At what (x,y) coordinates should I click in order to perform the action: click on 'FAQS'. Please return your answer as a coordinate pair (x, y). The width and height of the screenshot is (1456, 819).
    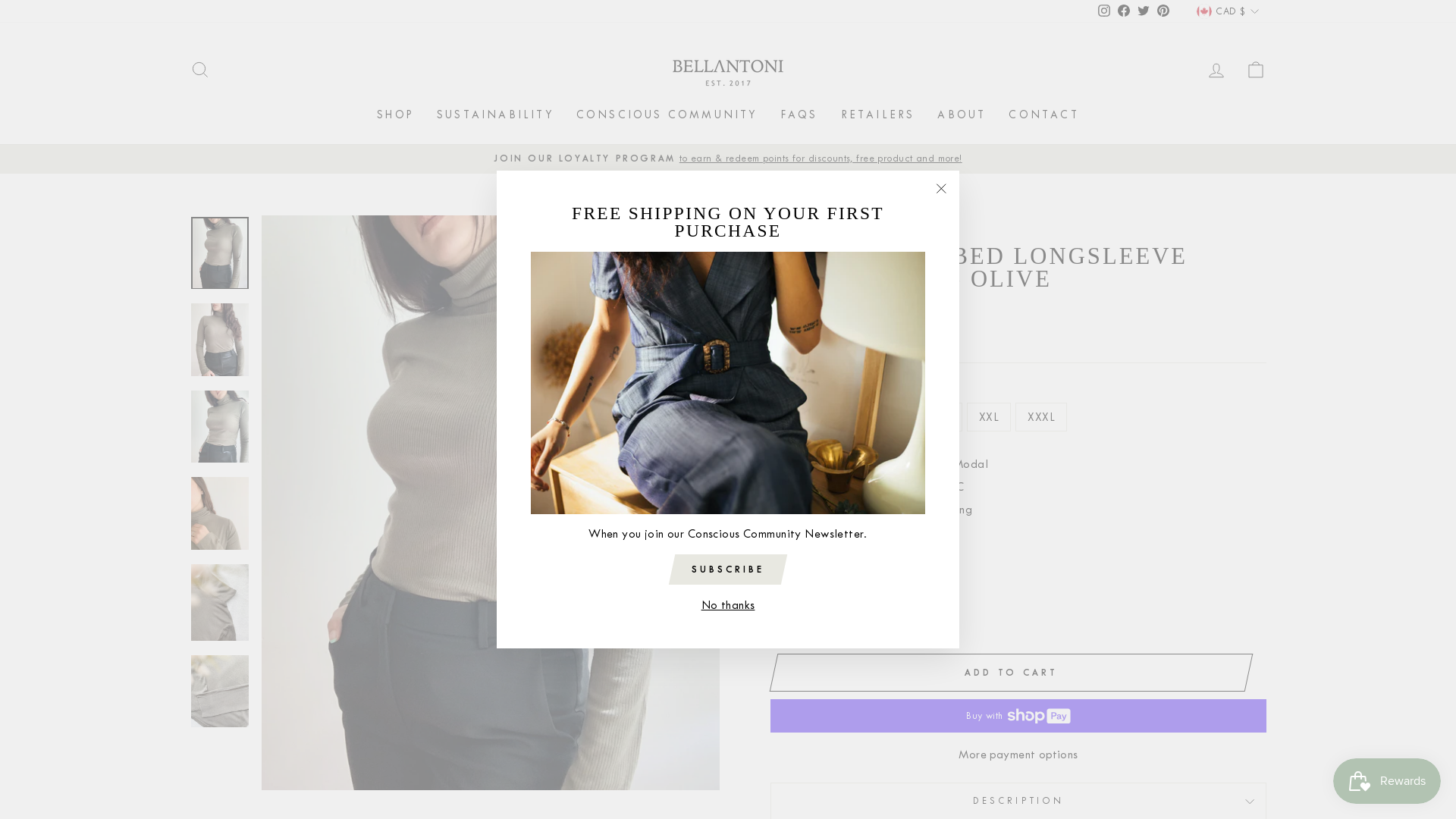
    Looking at the image, I should click on (799, 114).